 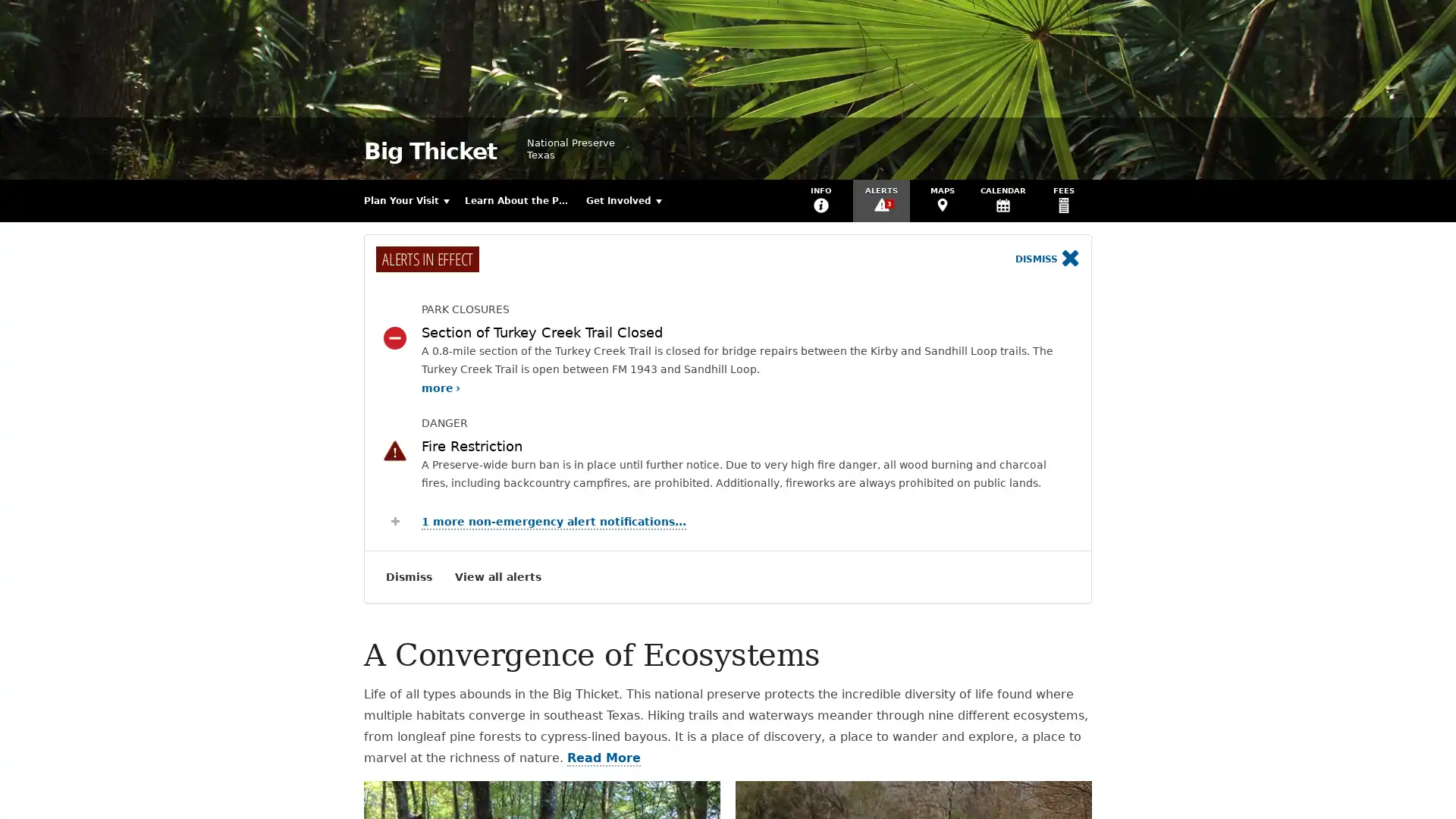 What do you see at coordinates (1046, 259) in the screenshot?
I see `Dismiss` at bounding box center [1046, 259].